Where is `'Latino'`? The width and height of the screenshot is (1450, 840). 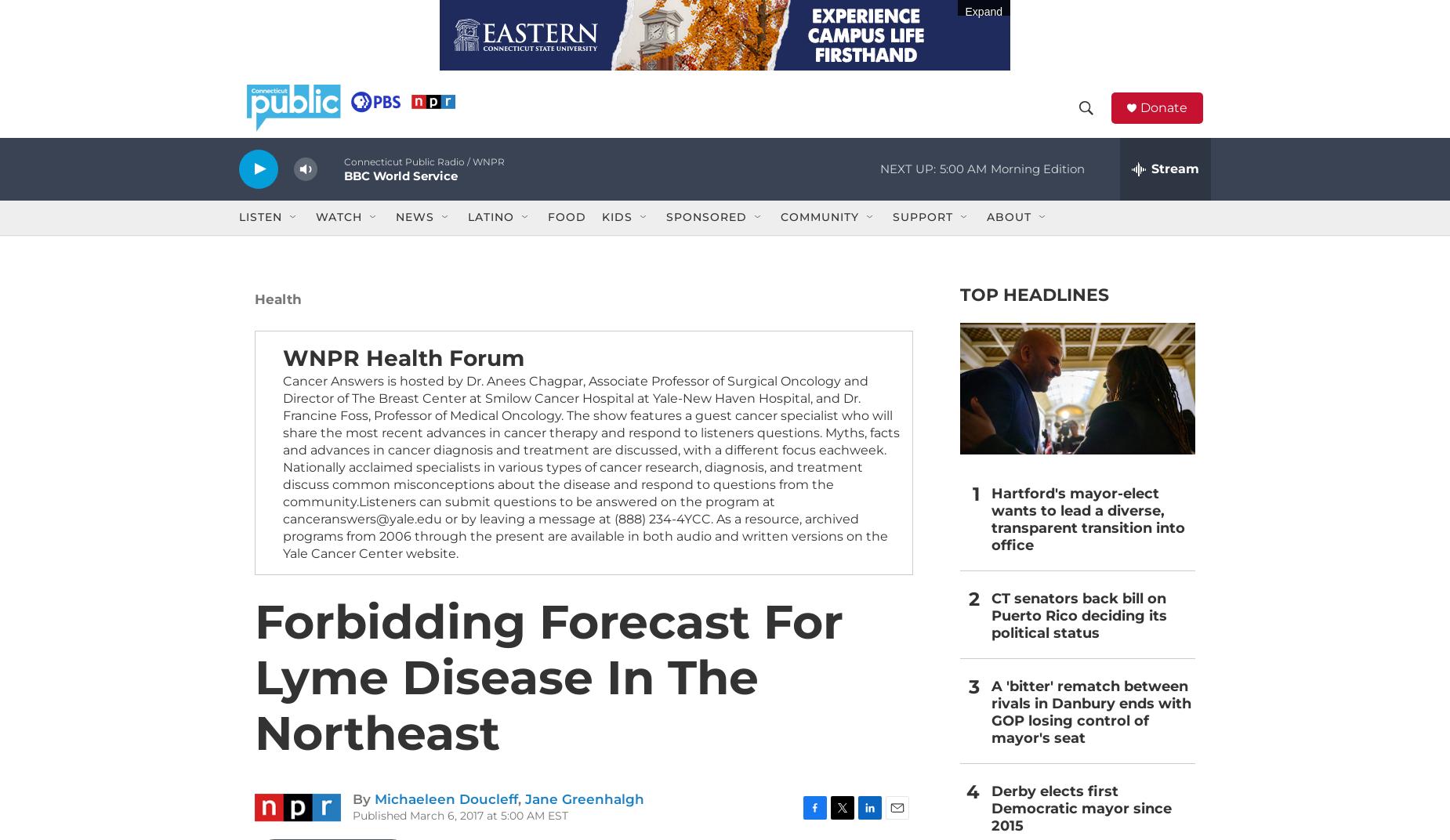
'Latino' is located at coordinates (491, 238).